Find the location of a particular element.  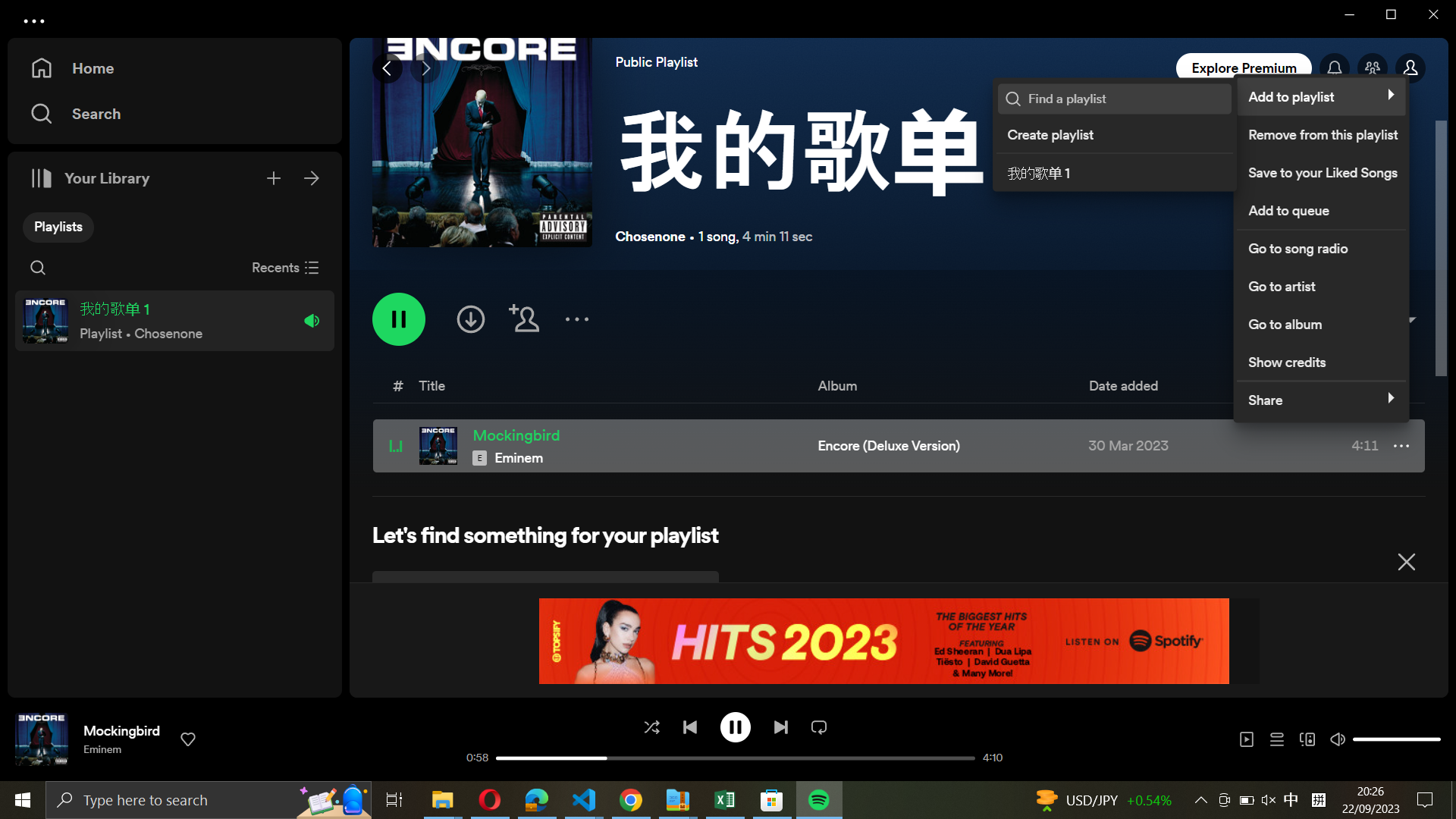

the album folder is located at coordinates (1317, 320).